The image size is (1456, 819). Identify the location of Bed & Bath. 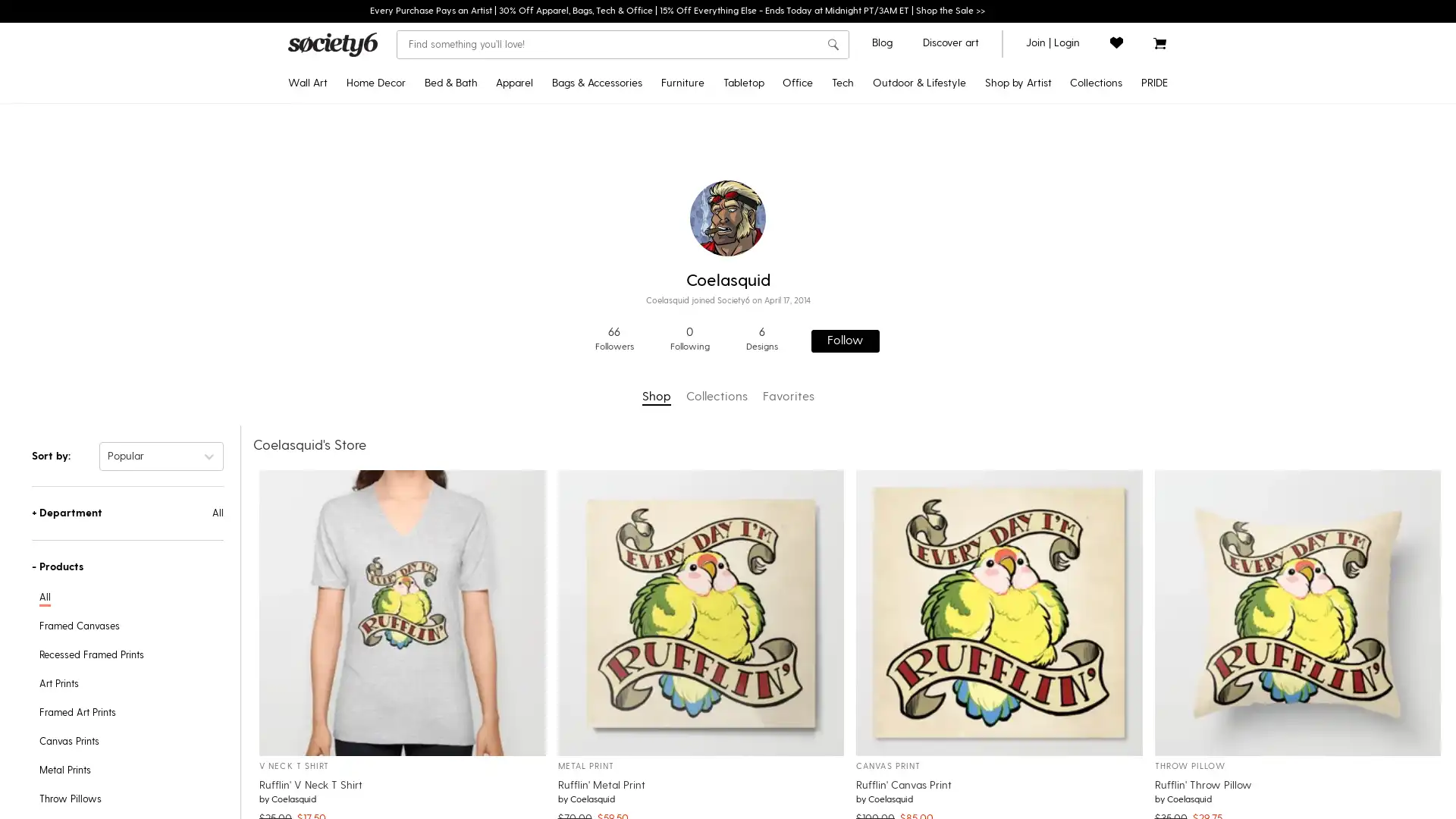
(450, 83).